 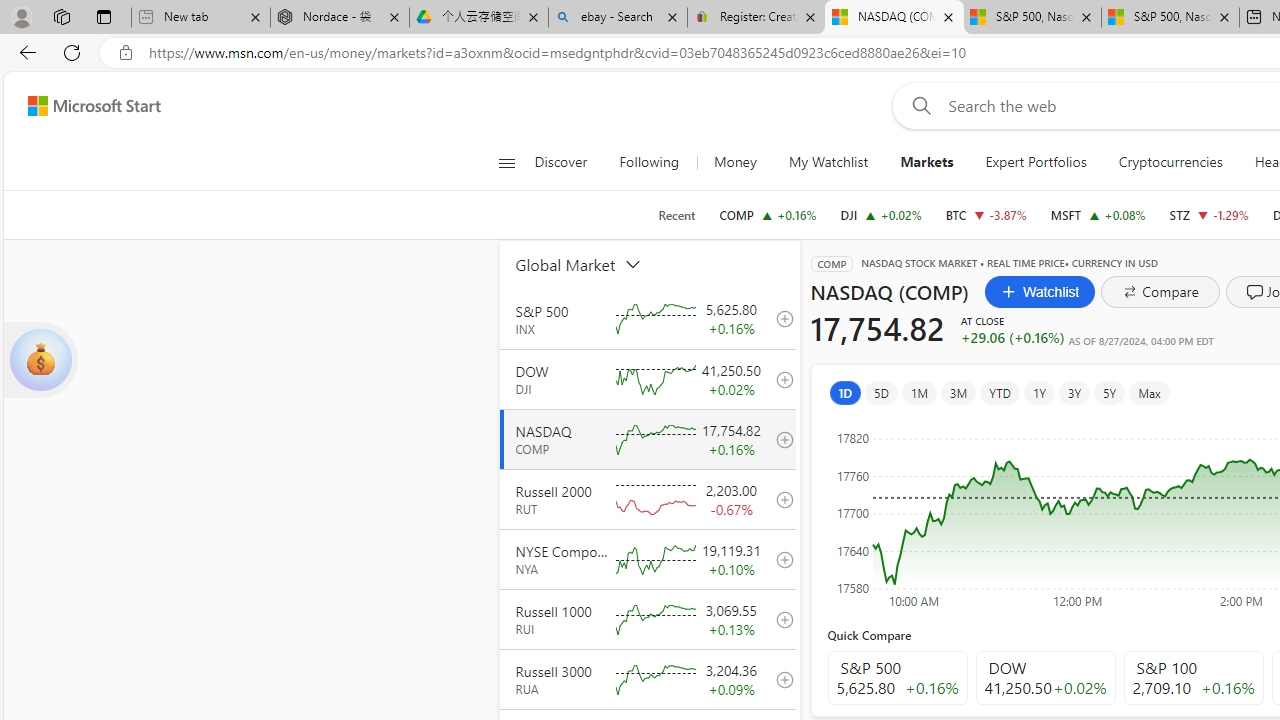 What do you see at coordinates (677, 215) in the screenshot?
I see `'Recent'` at bounding box center [677, 215].